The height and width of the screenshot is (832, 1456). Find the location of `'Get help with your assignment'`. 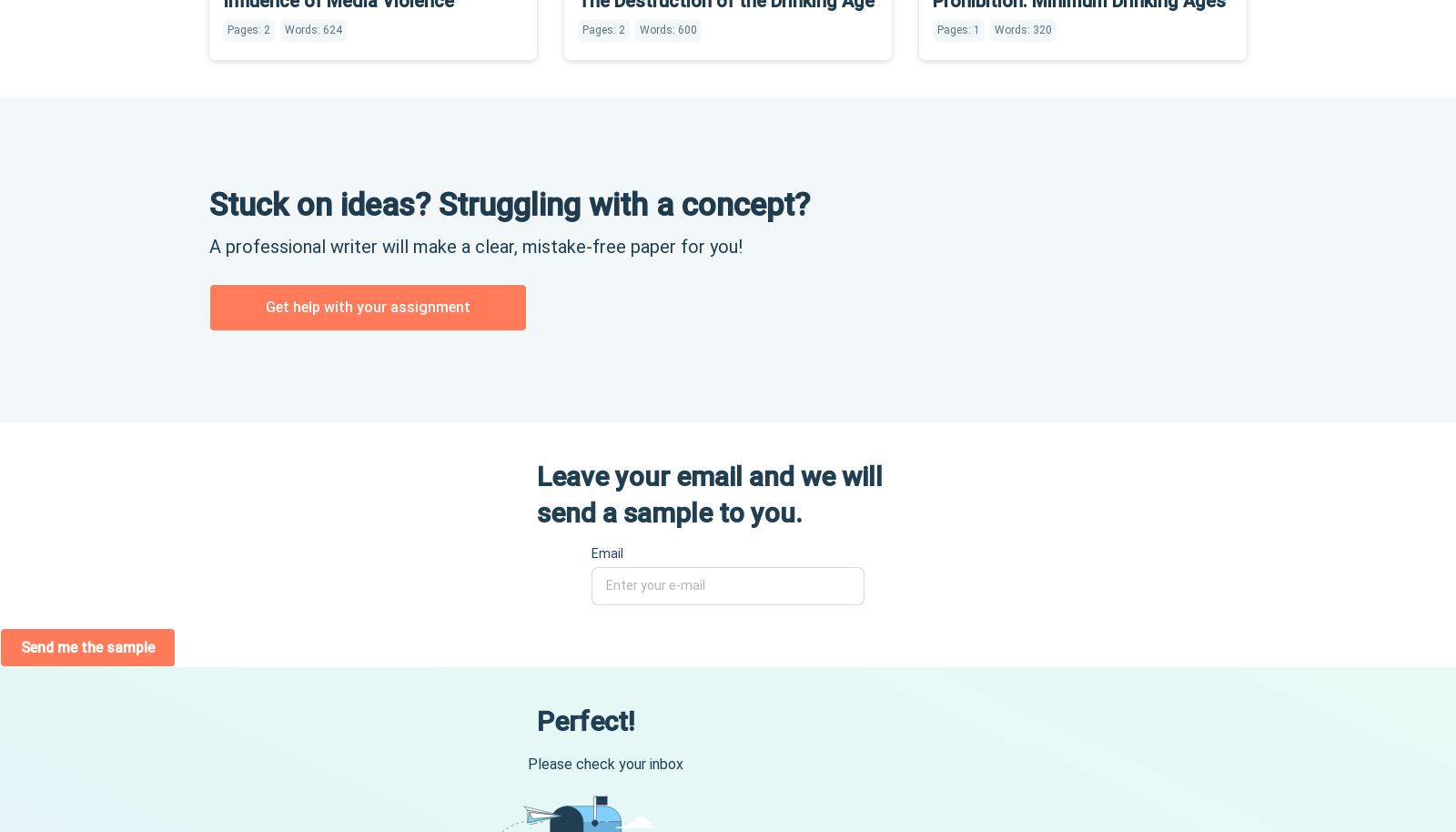

'Get help with your assignment' is located at coordinates (367, 305).